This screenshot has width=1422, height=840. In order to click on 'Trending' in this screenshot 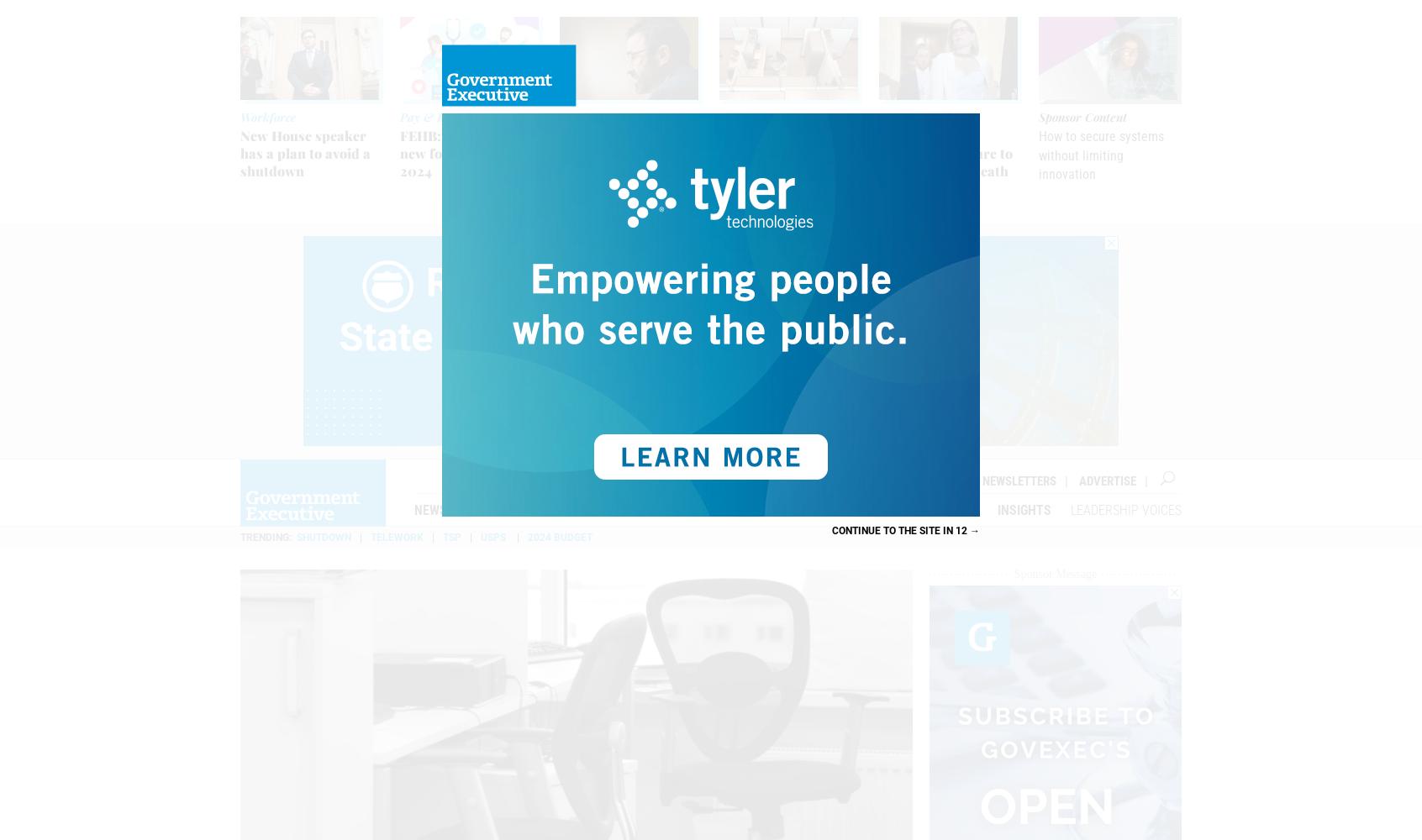, I will do `click(264, 538)`.